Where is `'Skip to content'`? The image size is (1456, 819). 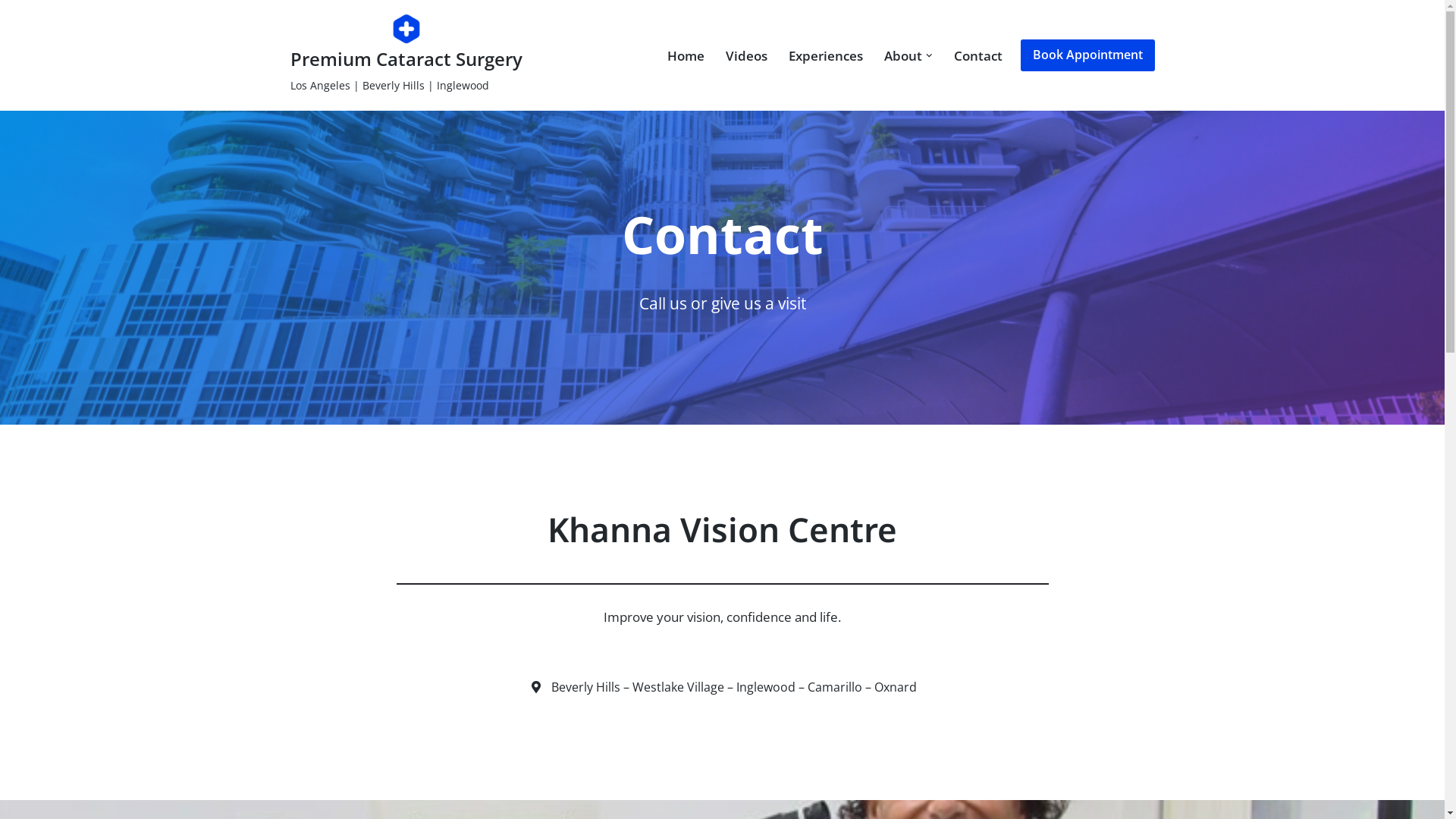 'Skip to content' is located at coordinates (11, 32).